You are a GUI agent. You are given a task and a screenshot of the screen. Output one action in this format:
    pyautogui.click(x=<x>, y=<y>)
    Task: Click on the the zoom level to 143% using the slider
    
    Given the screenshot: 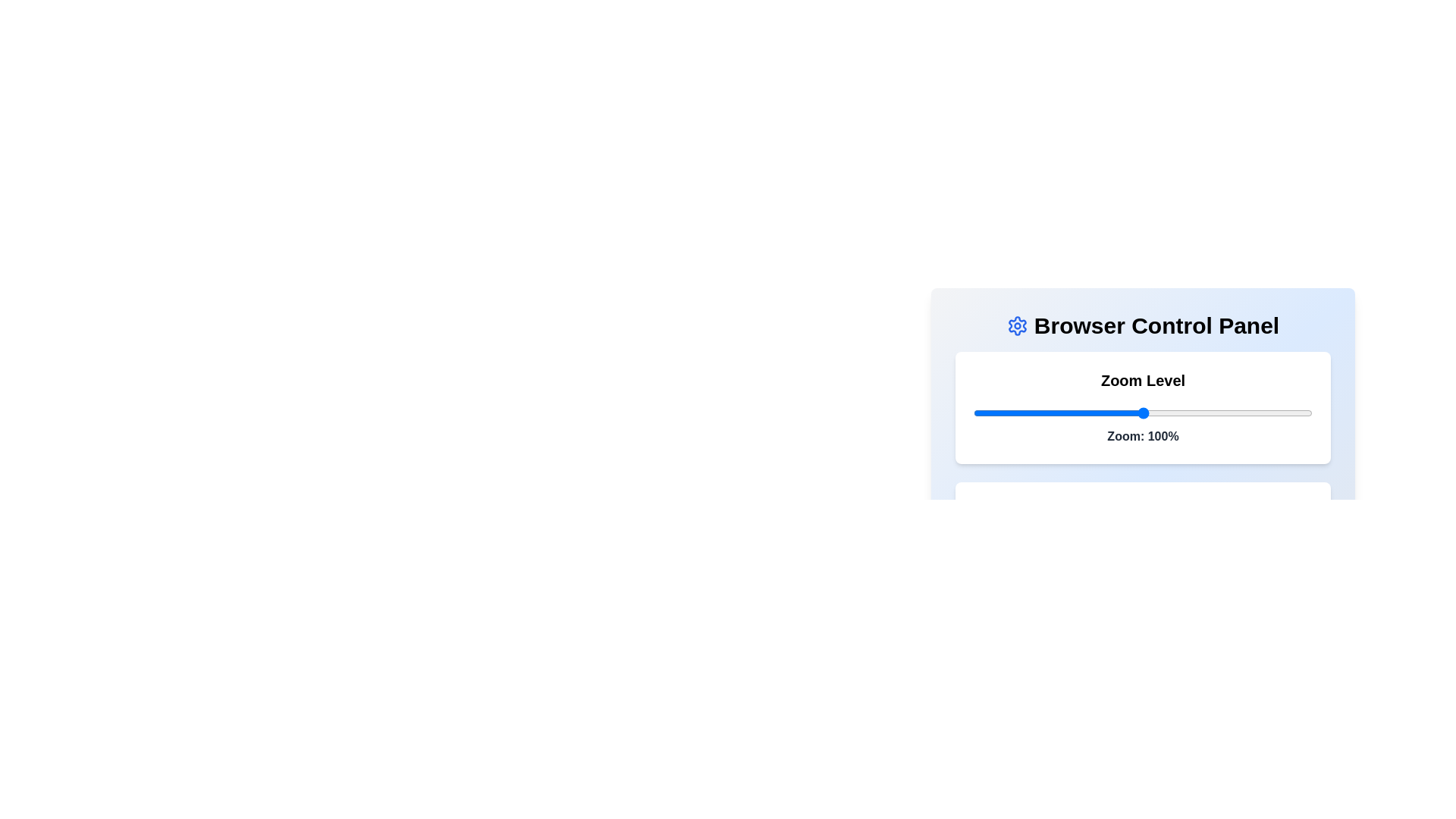 What is the action you would take?
    pyautogui.click(x=1288, y=413)
    